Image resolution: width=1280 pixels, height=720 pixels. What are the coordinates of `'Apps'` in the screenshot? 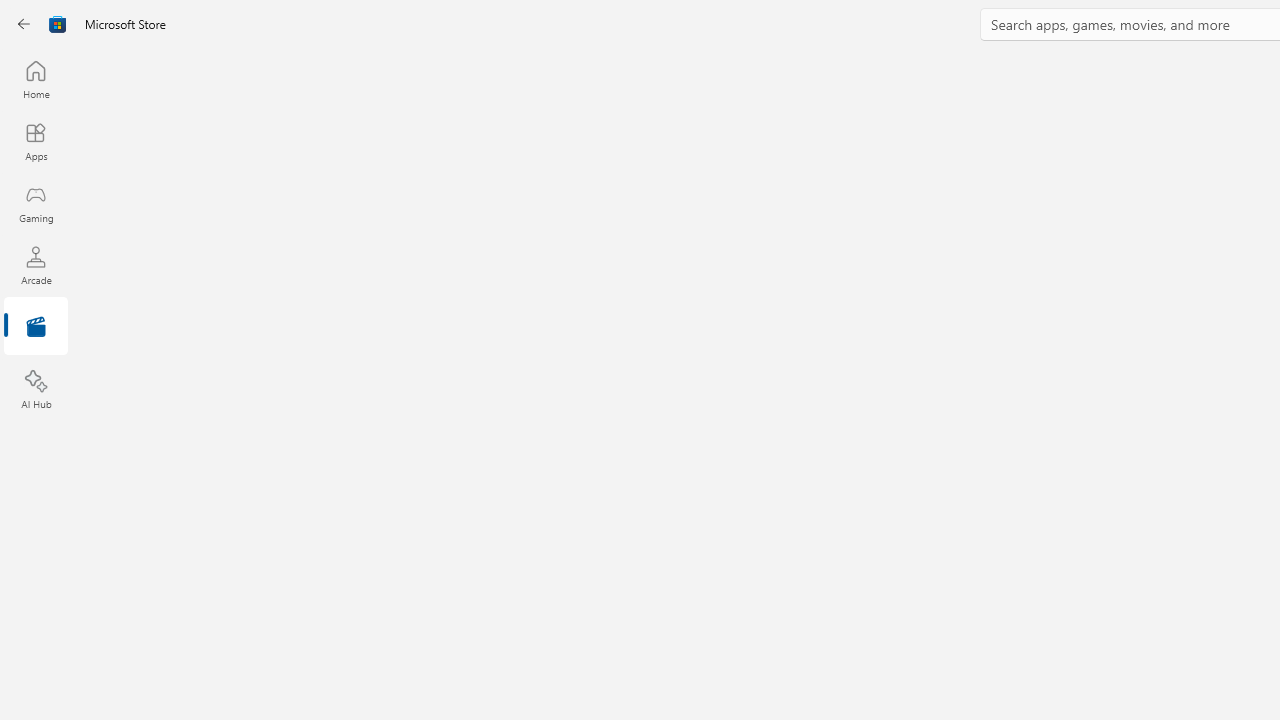 It's located at (35, 140).